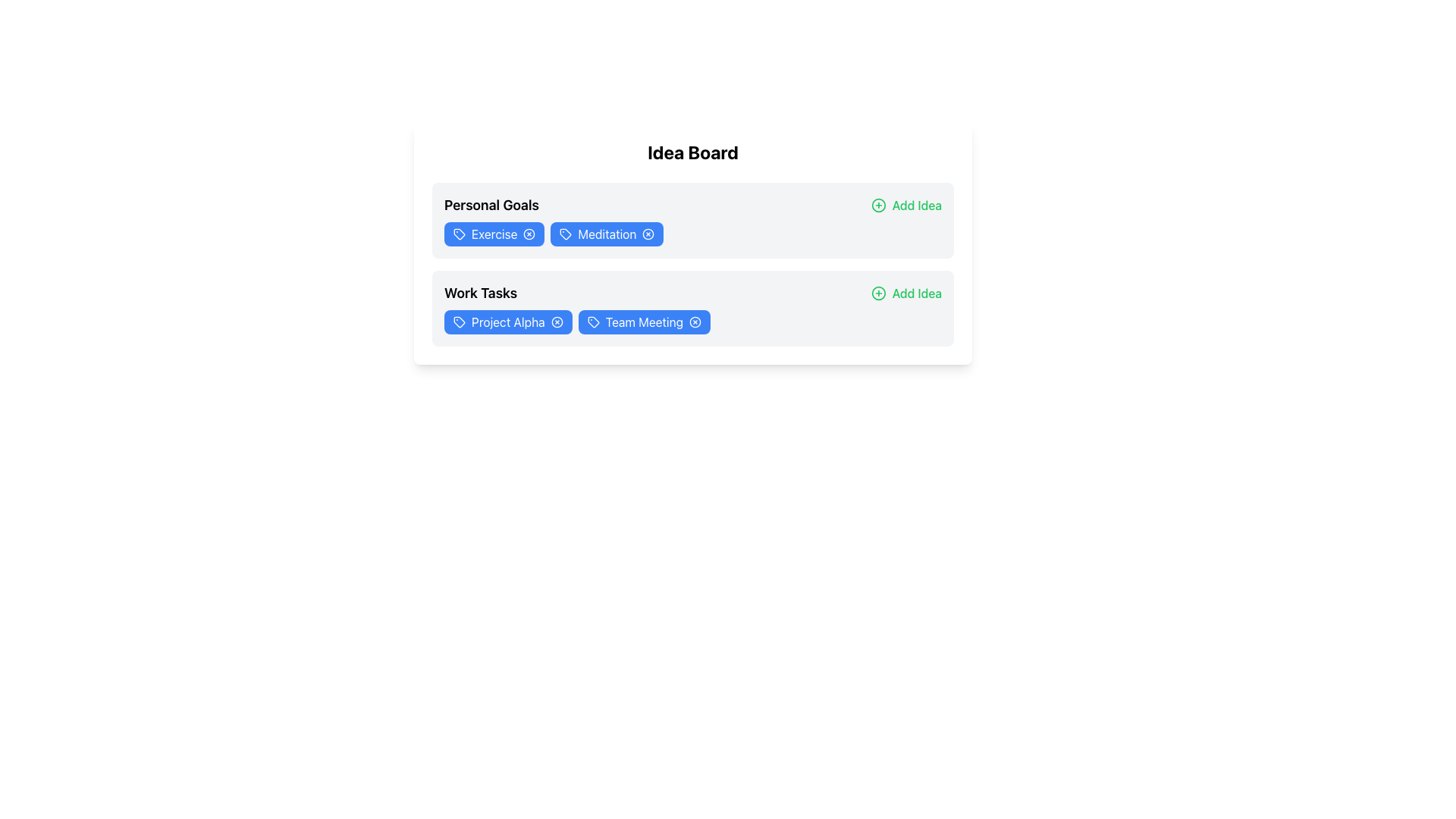  What do you see at coordinates (878, 205) in the screenshot?
I see `the circular graphic within the 'Add Idea' button in the 'Personal Goals' section of the interface` at bounding box center [878, 205].